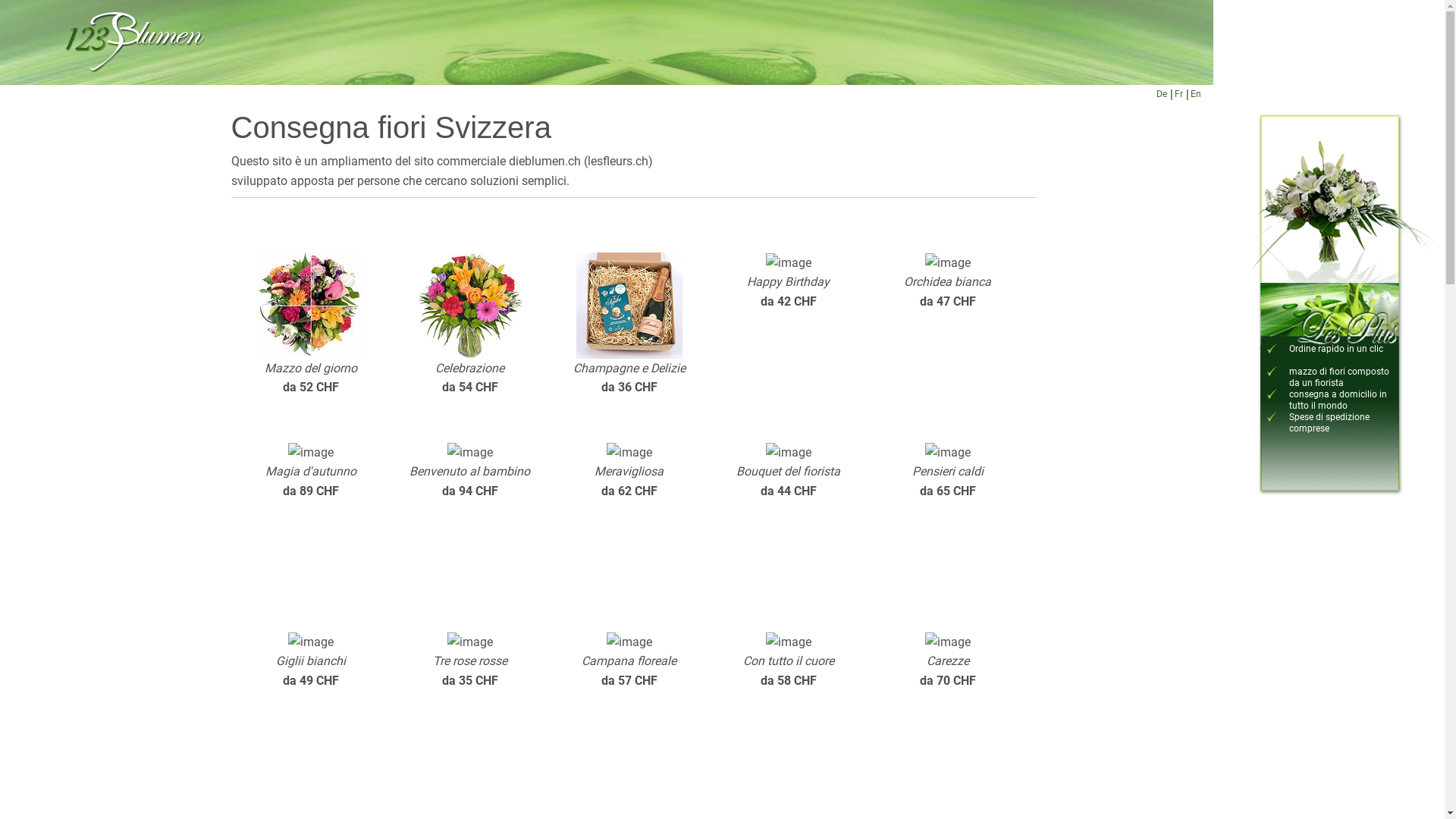 The image size is (1456, 819). I want to click on 'En', so click(1195, 94).